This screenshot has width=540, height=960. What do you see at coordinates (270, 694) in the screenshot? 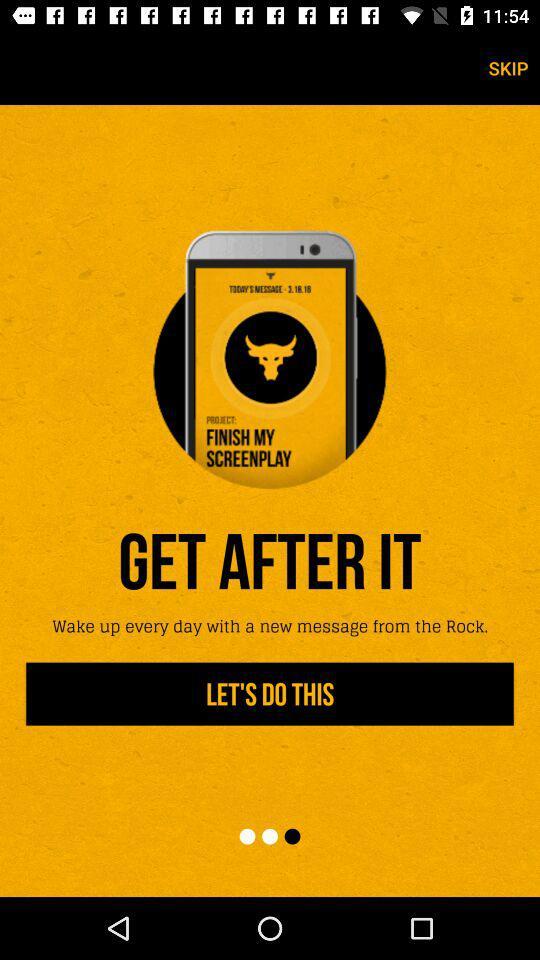
I see `let s do icon` at bounding box center [270, 694].